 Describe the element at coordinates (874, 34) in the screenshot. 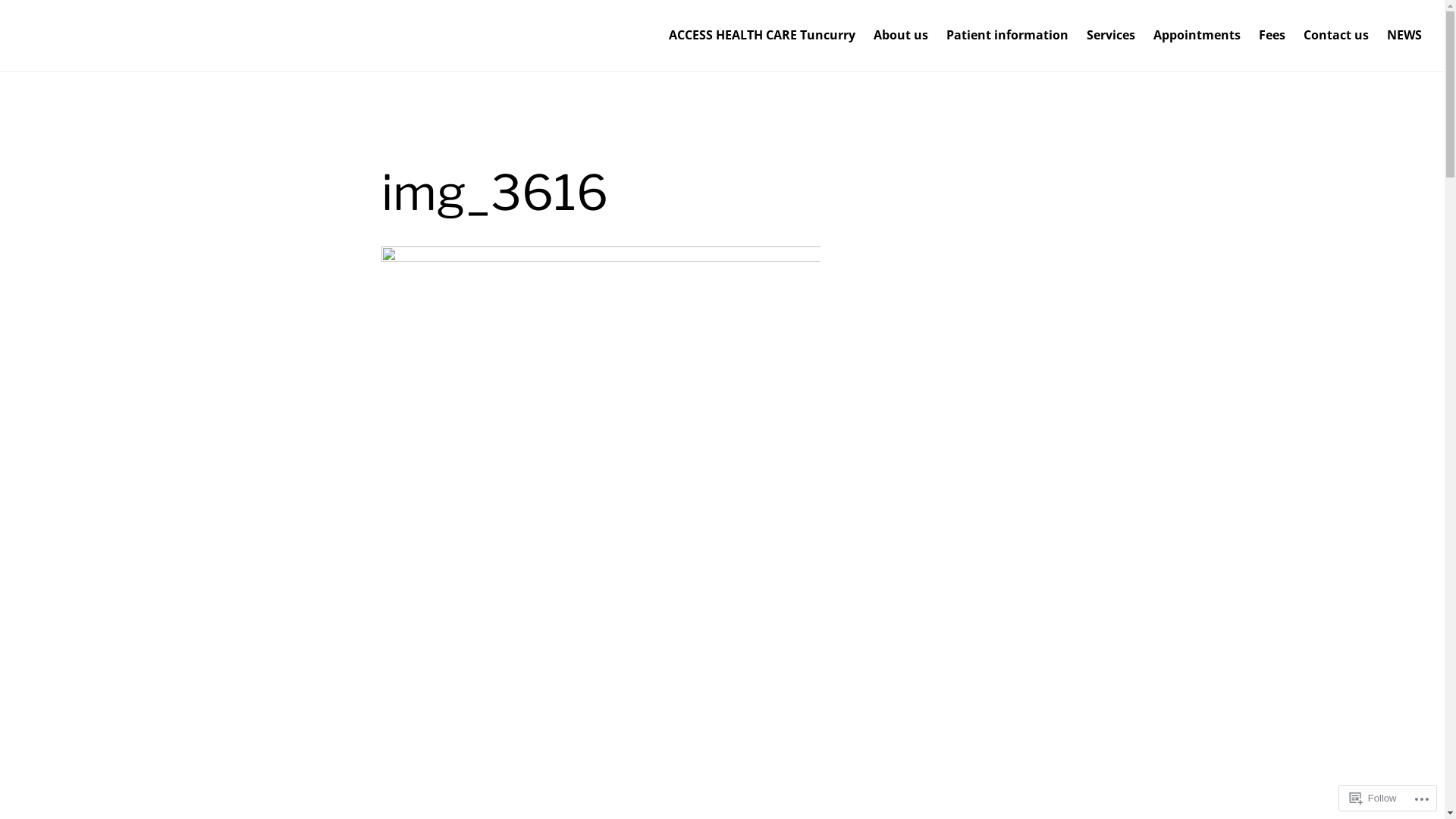

I see `'About us'` at that location.